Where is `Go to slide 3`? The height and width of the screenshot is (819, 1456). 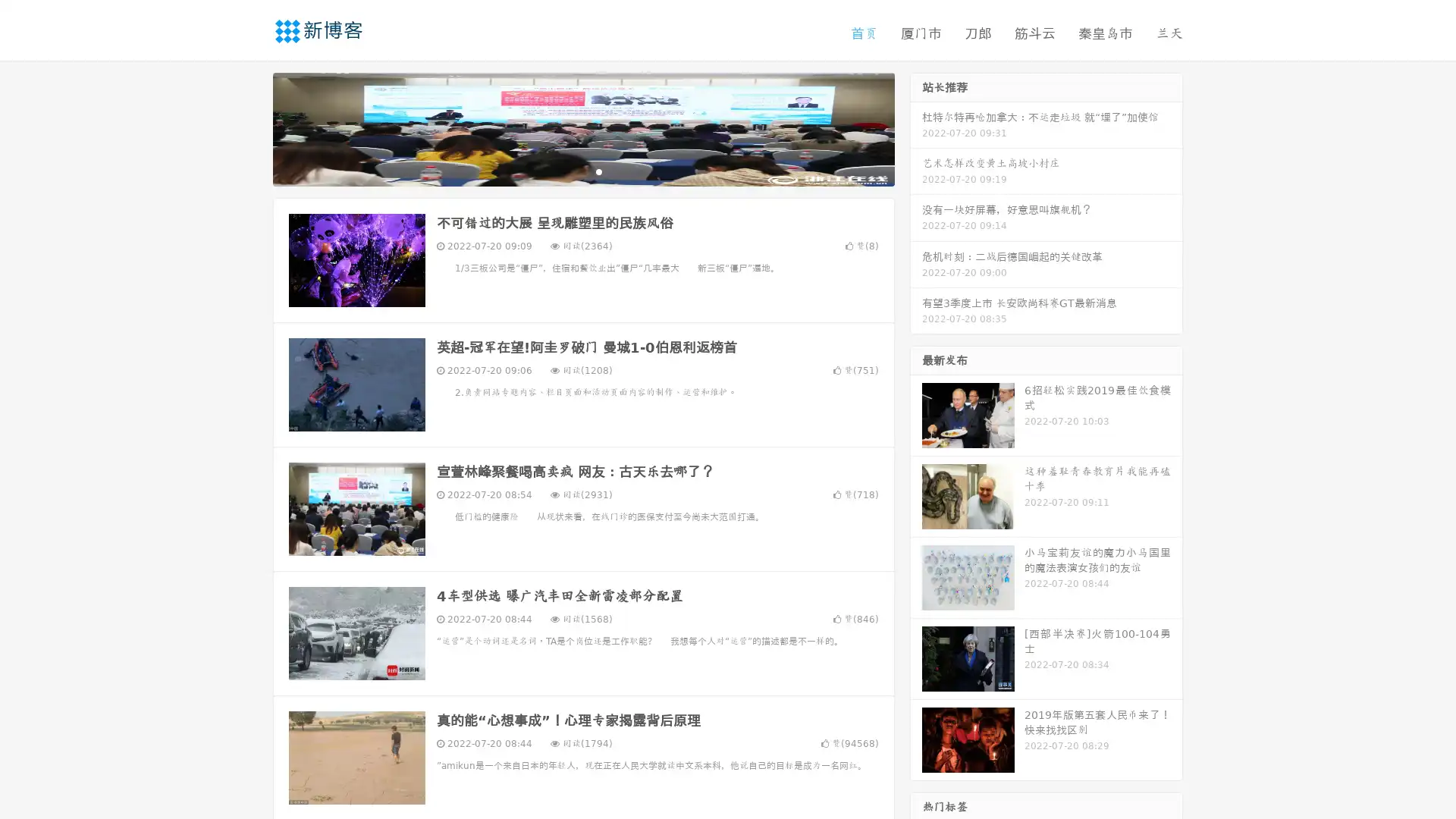 Go to slide 3 is located at coordinates (598, 171).